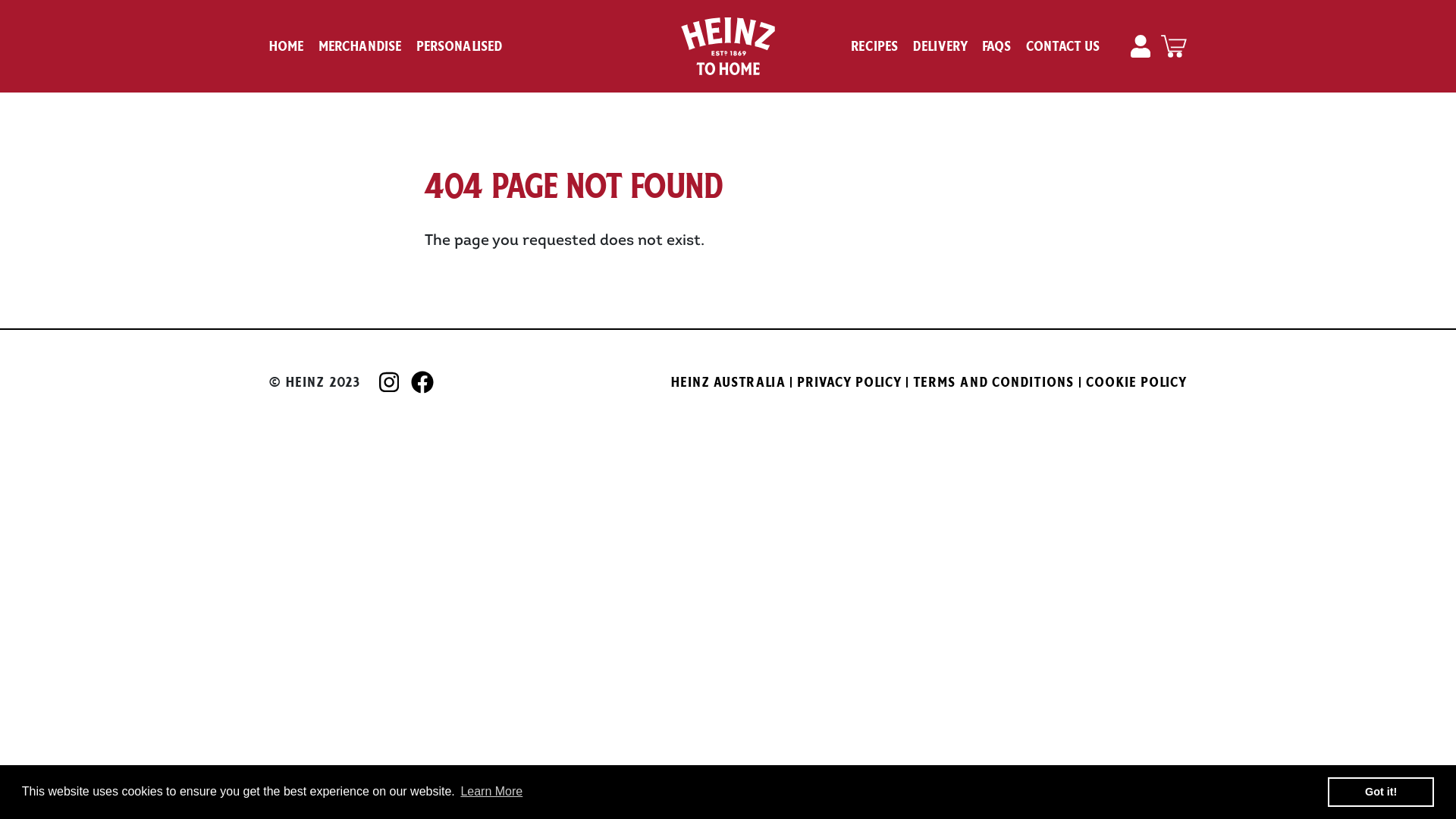 This screenshot has height=819, width=1456. What do you see at coordinates (287, 45) in the screenshot?
I see `'Home'` at bounding box center [287, 45].